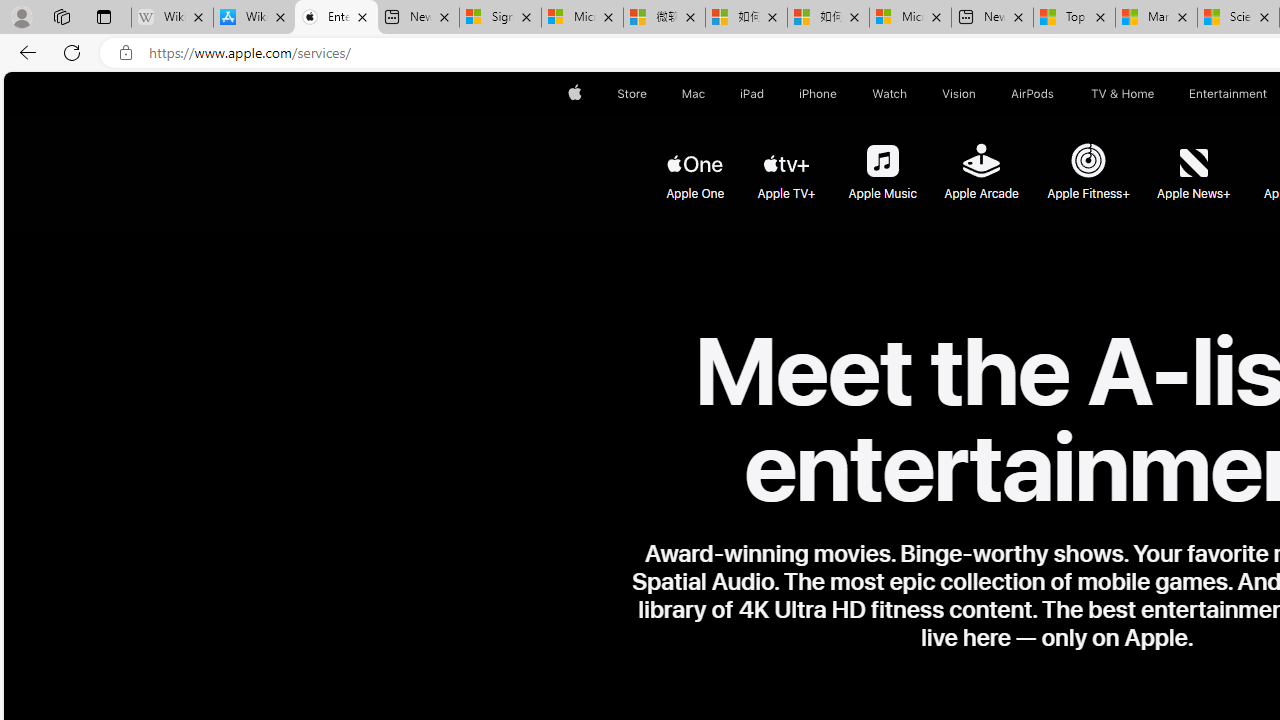 The image size is (1280, 720). I want to click on 'Apple', so click(573, 93).